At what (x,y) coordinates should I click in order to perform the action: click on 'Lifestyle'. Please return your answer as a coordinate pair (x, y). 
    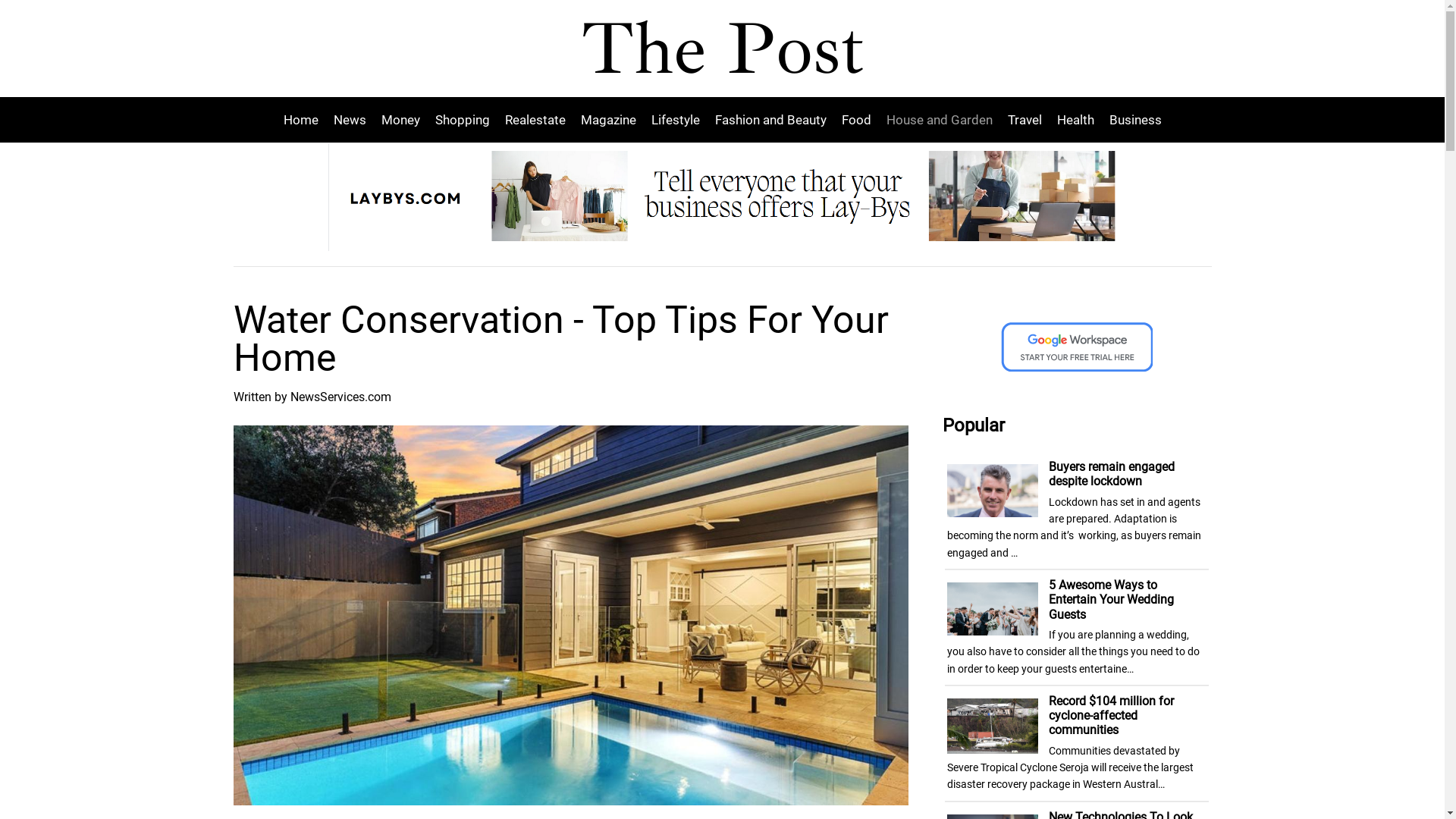
    Looking at the image, I should click on (673, 119).